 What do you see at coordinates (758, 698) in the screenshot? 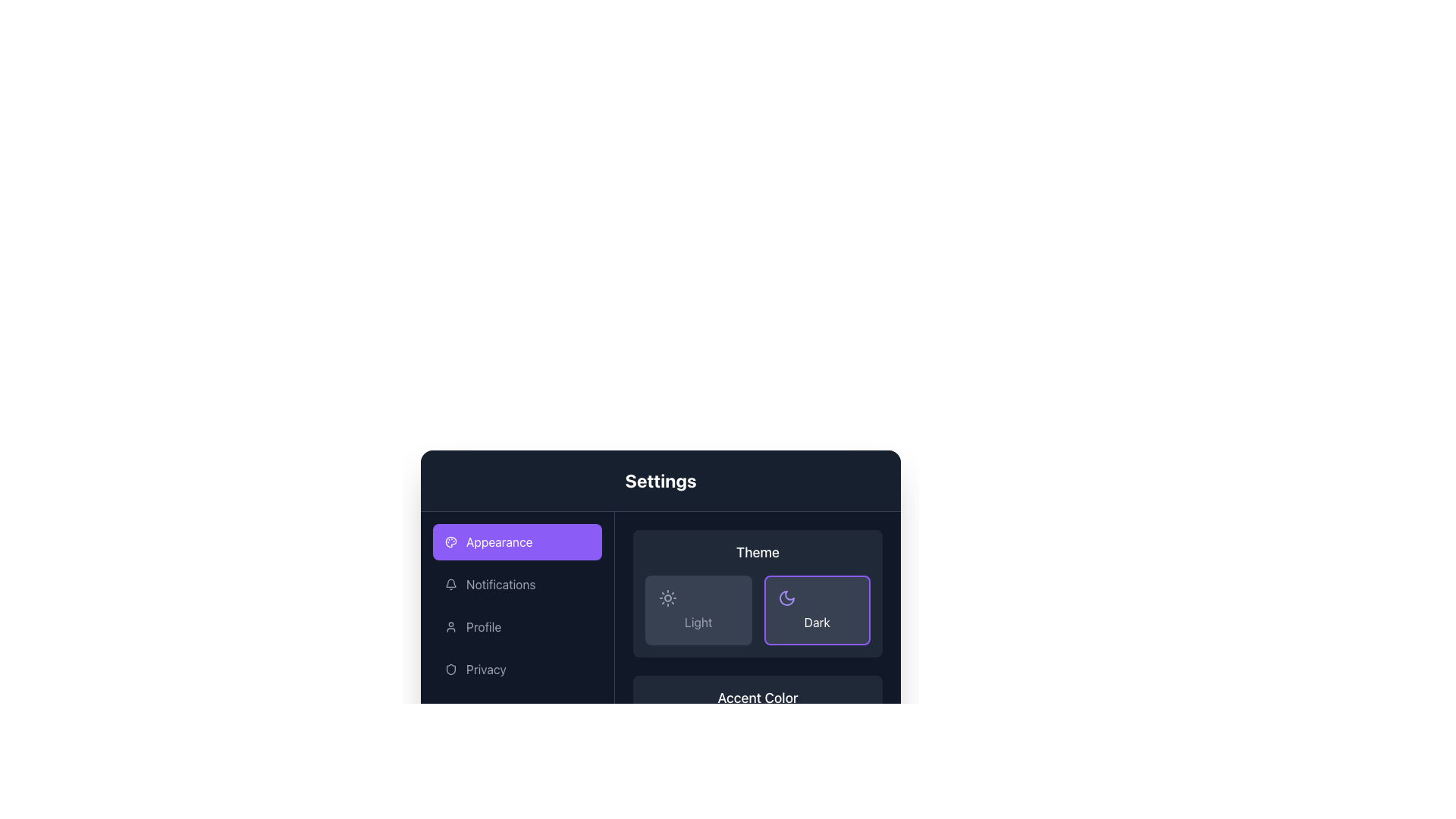
I see `the 'Accent Color' text label, which is displayed in bold white font on a dark background, positioned above the color options in the UI` at bounding box center [758, 698].